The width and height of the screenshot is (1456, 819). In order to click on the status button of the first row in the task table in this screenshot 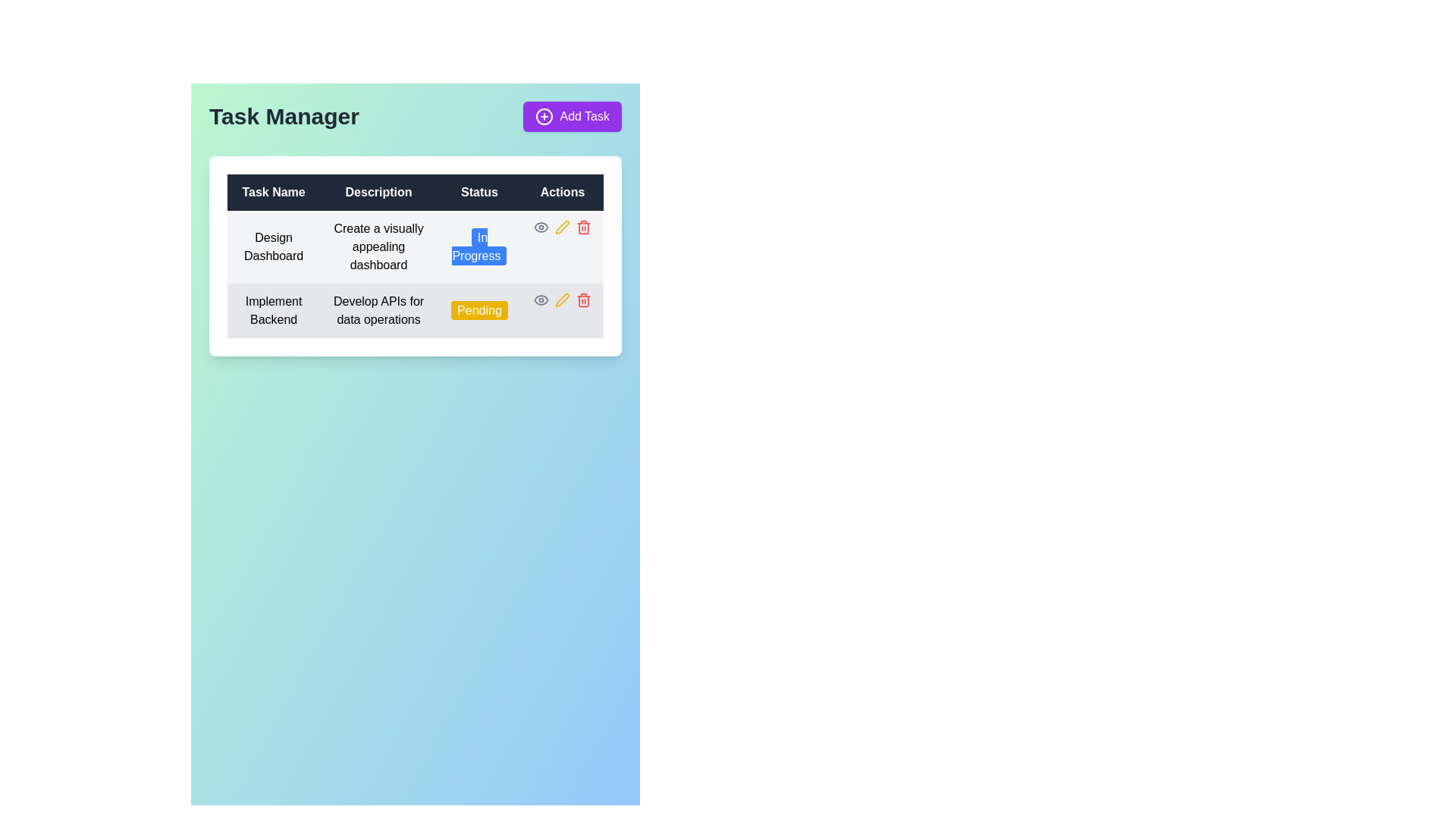, I will do `click(415, 275)`.